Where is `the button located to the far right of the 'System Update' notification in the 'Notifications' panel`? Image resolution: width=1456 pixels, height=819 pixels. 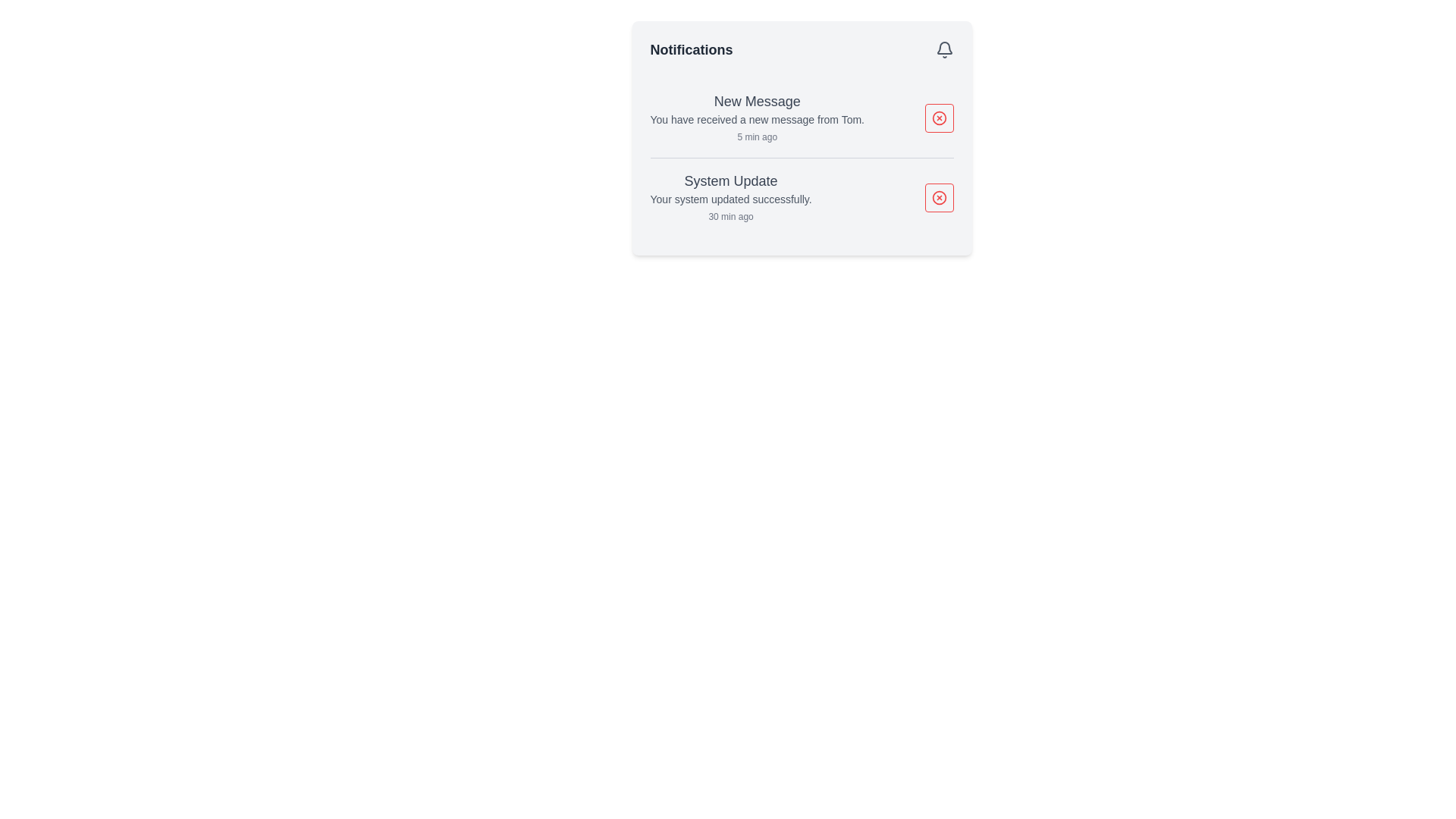 the button located to the far right of the 'System Update' notification in the 'Notifications' panel is located at coordinates (938, 197).